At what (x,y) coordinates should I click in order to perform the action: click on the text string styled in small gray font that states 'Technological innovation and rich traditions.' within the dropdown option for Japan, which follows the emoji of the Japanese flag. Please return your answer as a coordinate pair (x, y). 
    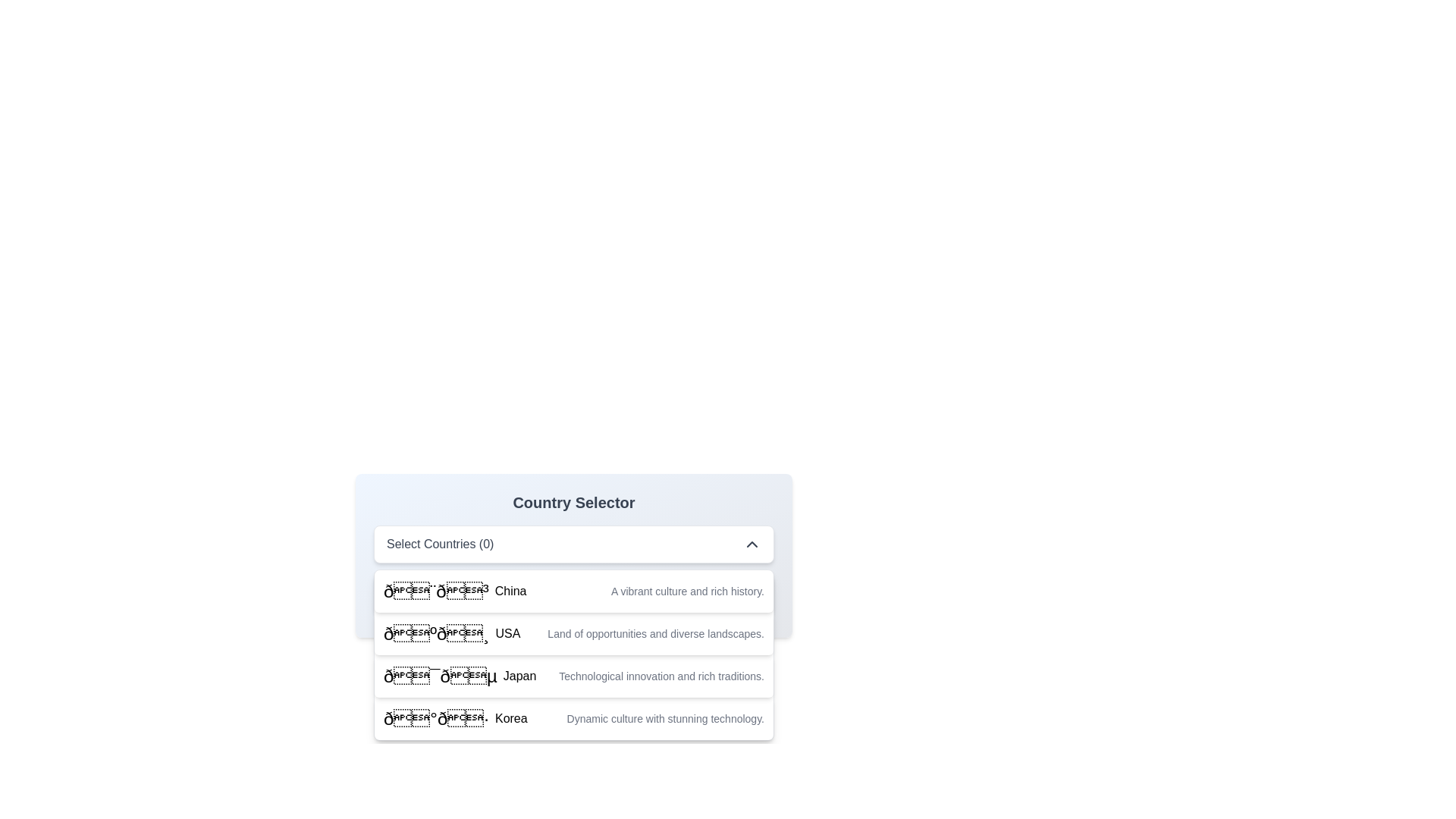
    Looking at the image, I should click on (661, 675).